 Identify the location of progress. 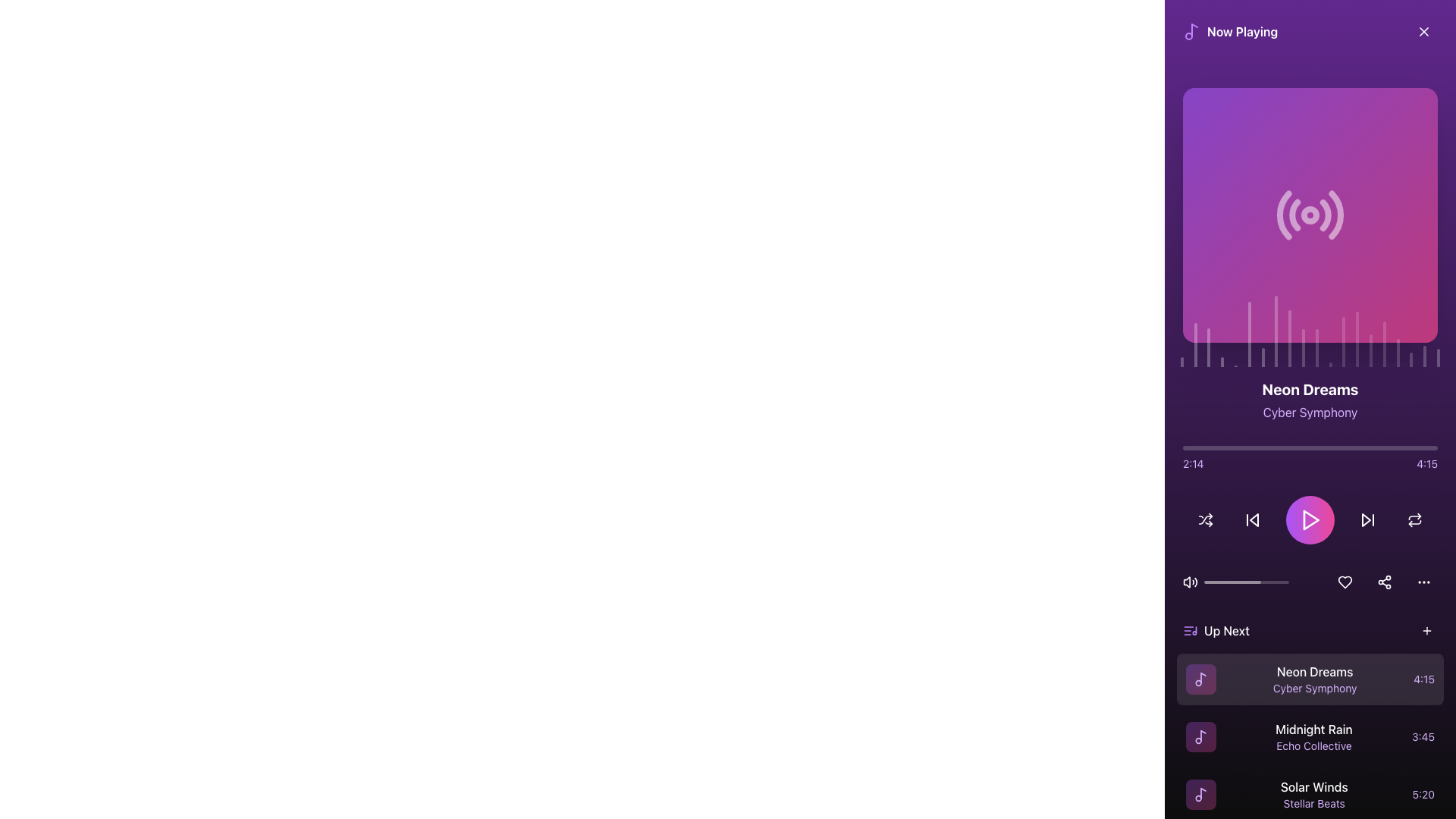
(1202, 447).